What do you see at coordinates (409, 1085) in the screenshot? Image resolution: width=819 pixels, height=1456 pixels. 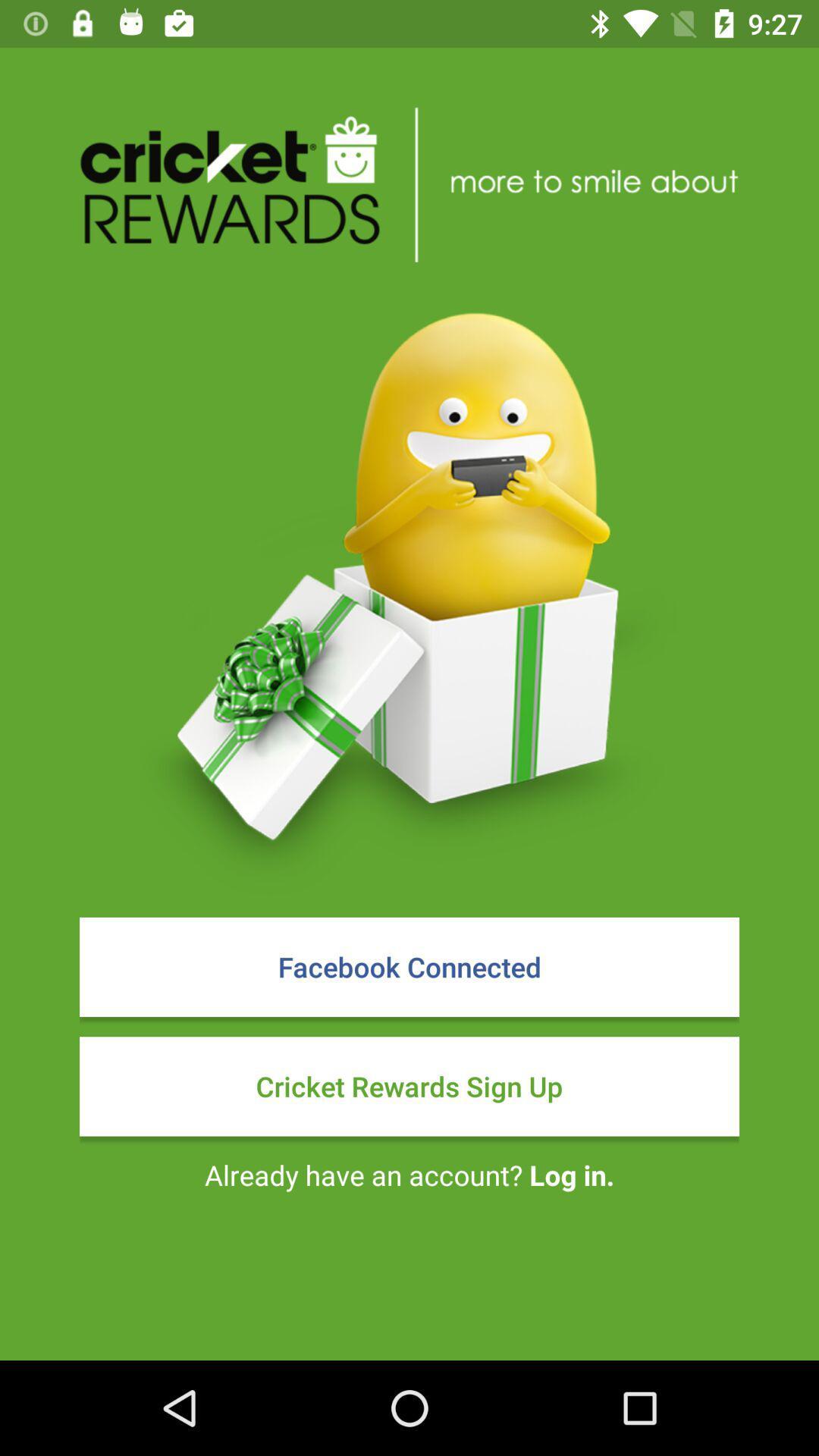 I see `cricket rewards sign item` at bounding box center [409, 1085].